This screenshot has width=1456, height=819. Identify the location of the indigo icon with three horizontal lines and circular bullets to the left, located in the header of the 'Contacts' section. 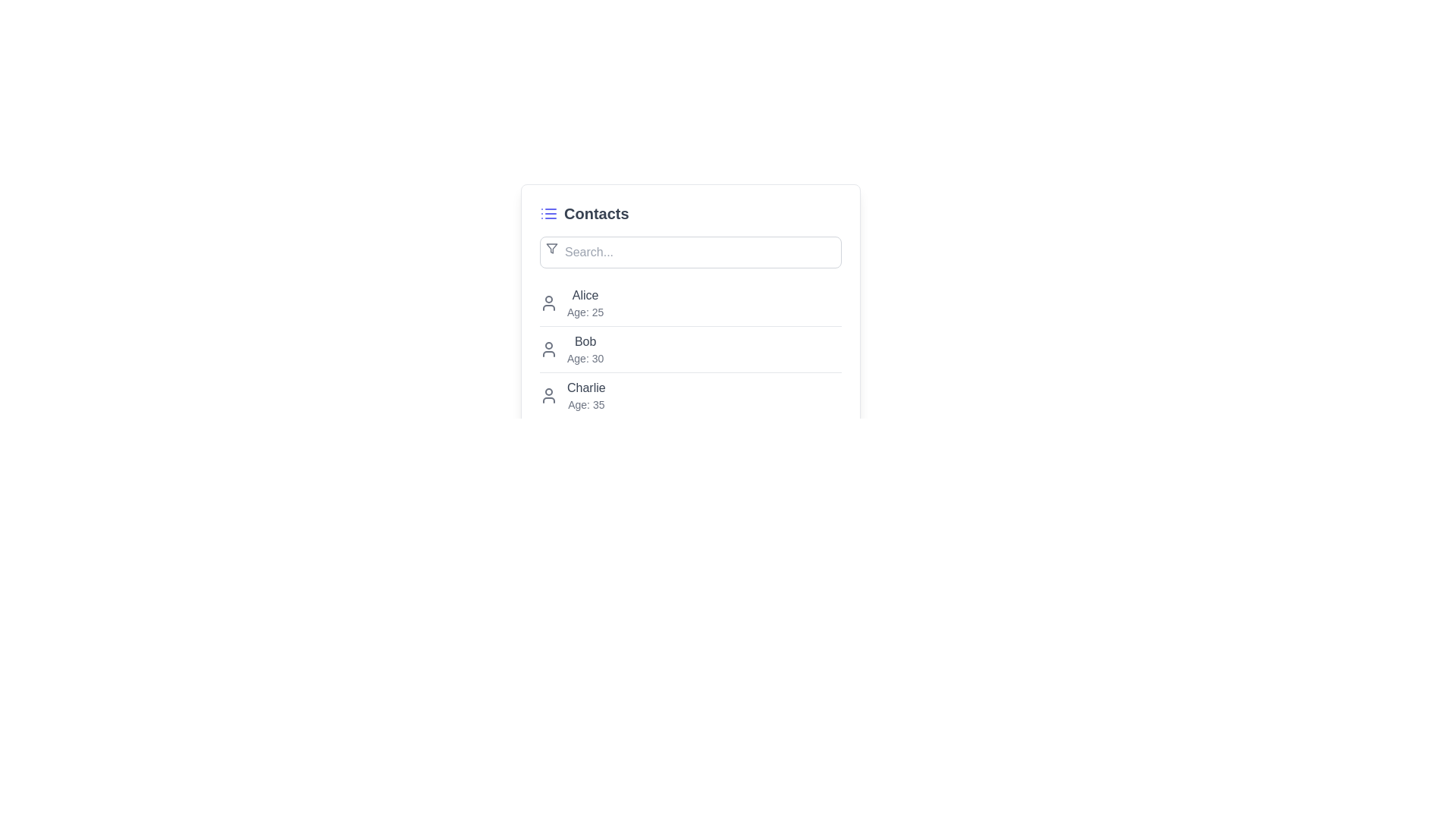
(548, 213).